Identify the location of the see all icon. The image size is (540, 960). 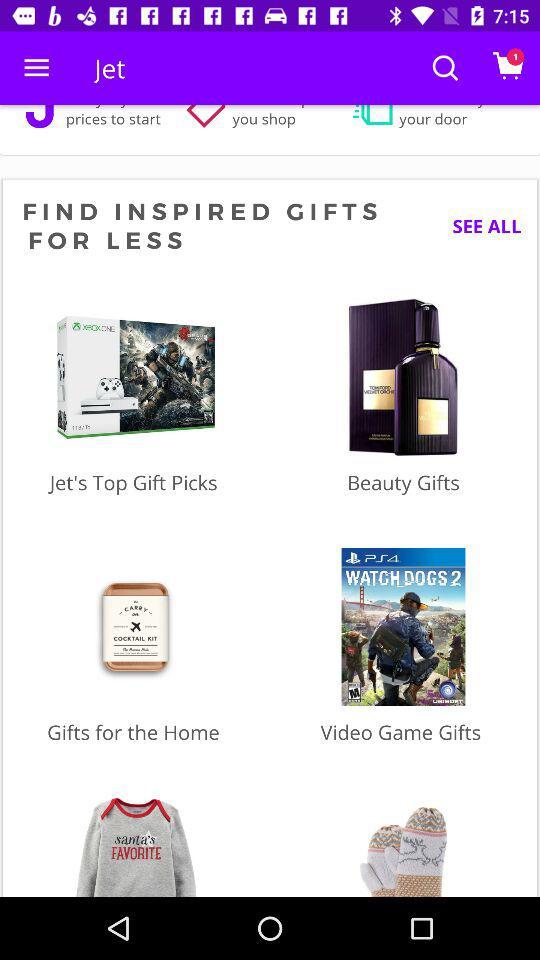
(478, 226).